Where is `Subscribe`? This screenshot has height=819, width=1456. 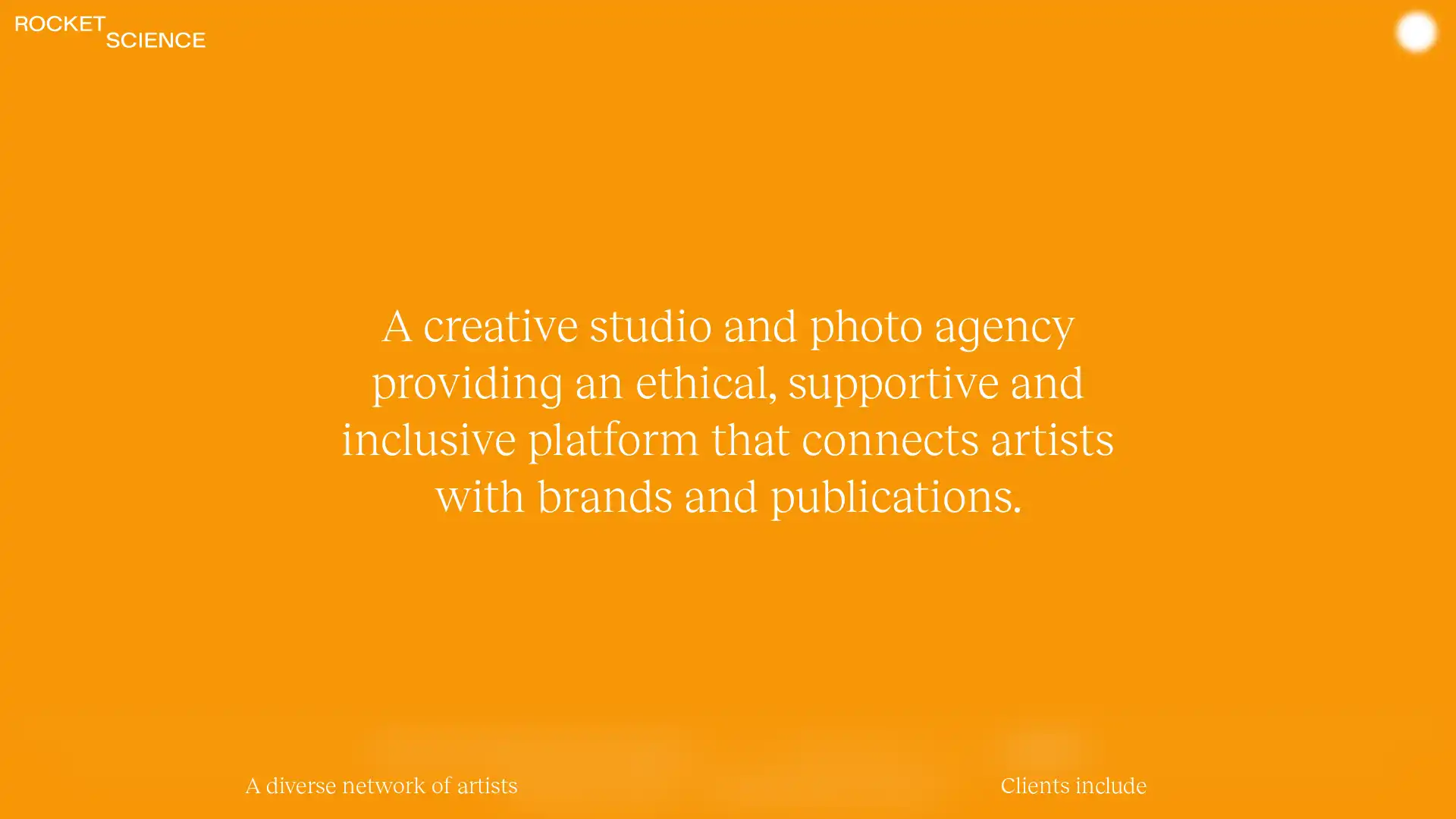 Subscribe is located at coordinates (1041, 748).